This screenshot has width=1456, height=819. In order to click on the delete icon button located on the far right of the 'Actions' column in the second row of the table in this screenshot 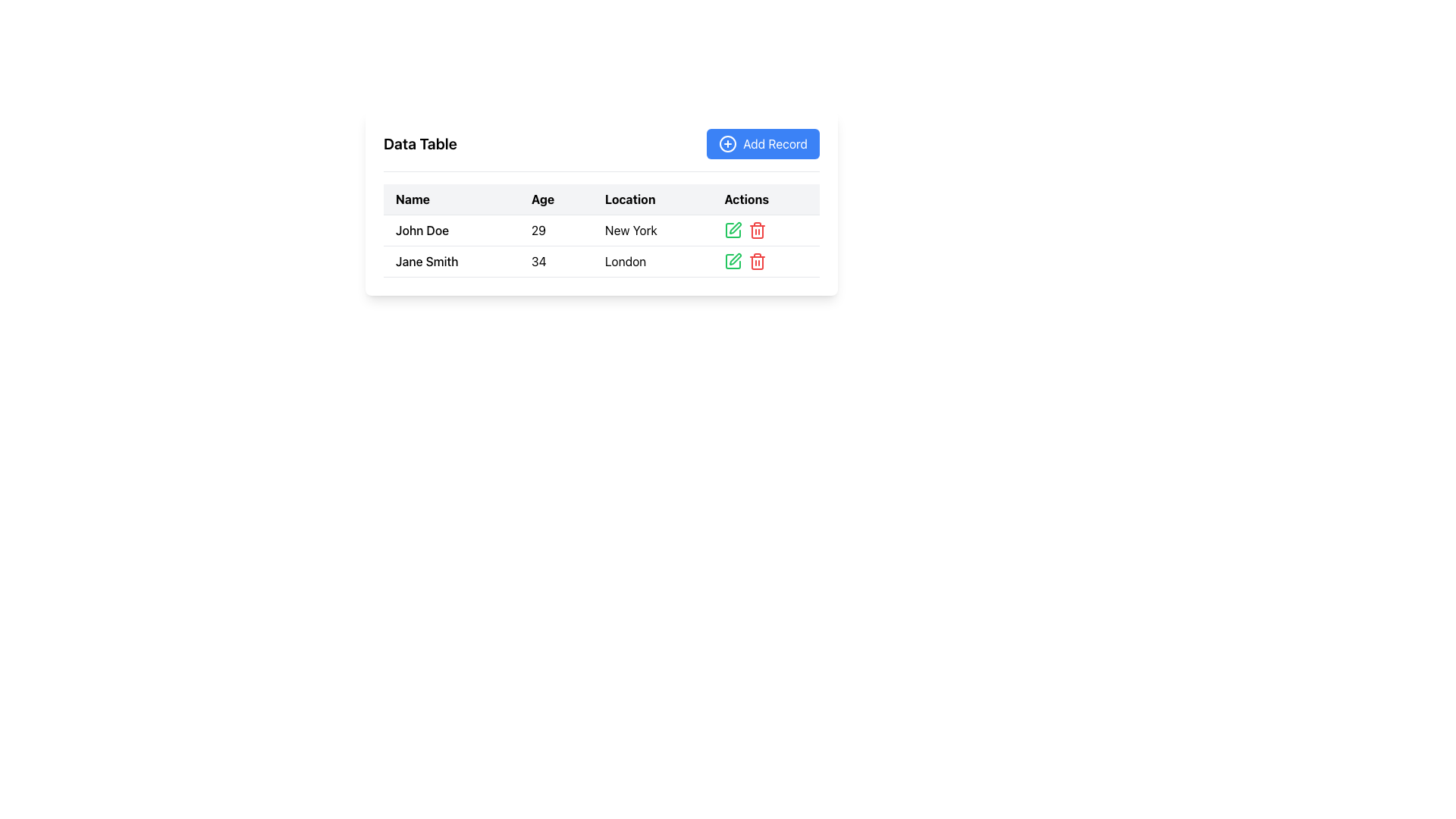, I will do `click(757, 231)`.